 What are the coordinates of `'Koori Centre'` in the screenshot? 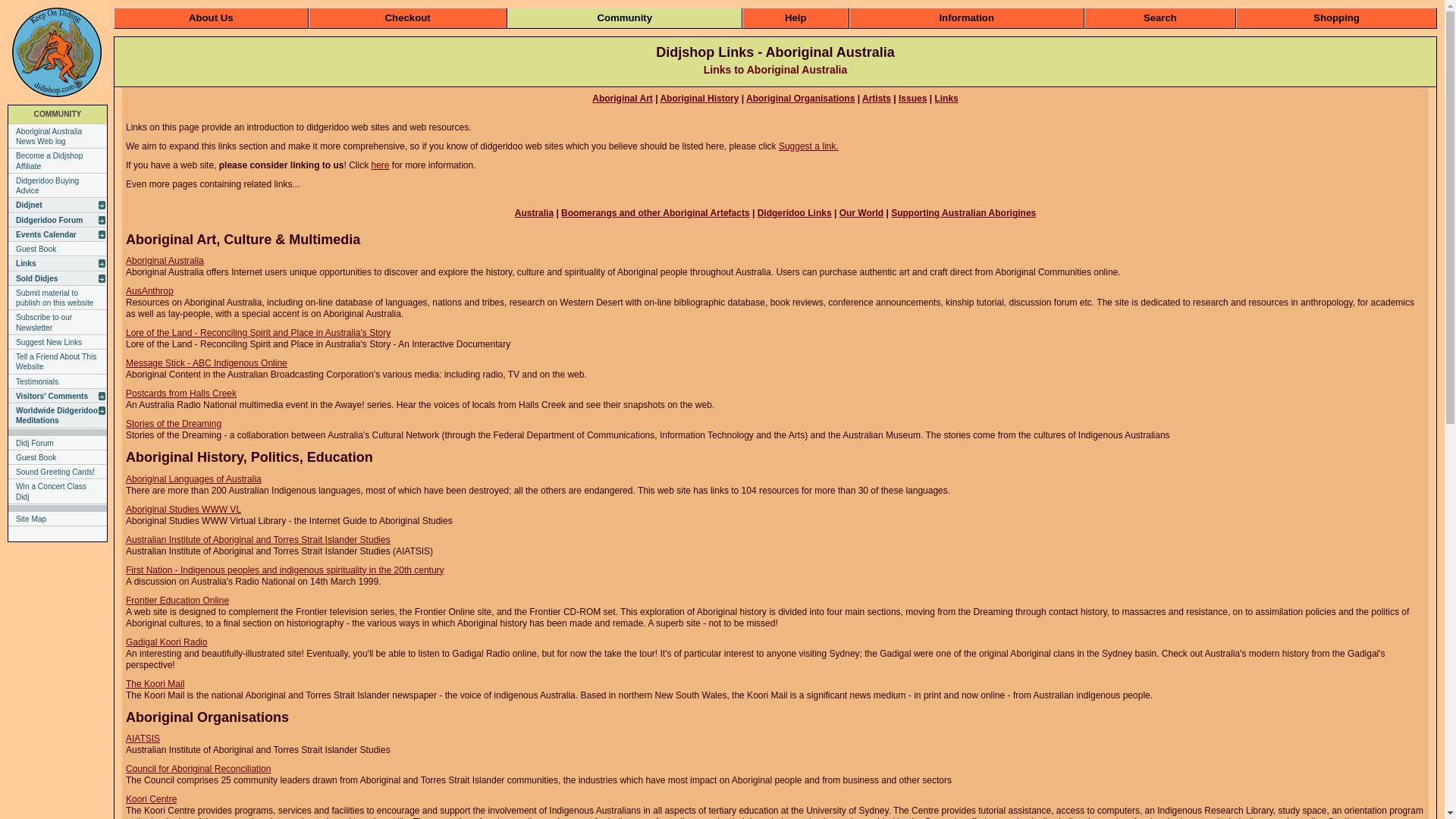 It's located at (151, 798).